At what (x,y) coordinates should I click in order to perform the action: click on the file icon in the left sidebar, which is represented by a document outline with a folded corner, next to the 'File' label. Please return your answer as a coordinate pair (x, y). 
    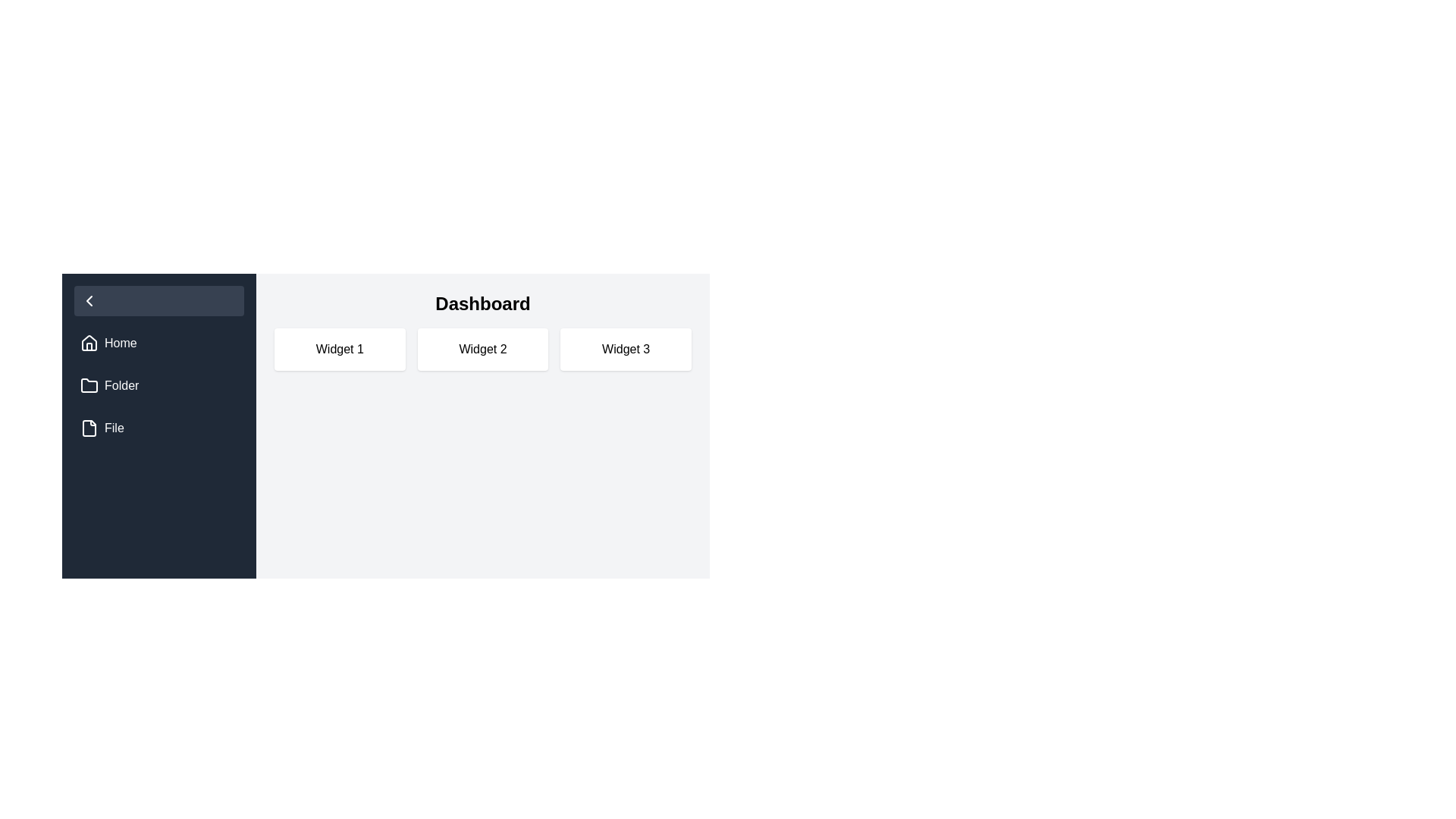
    Looking at the image, I should click on (89, 428).